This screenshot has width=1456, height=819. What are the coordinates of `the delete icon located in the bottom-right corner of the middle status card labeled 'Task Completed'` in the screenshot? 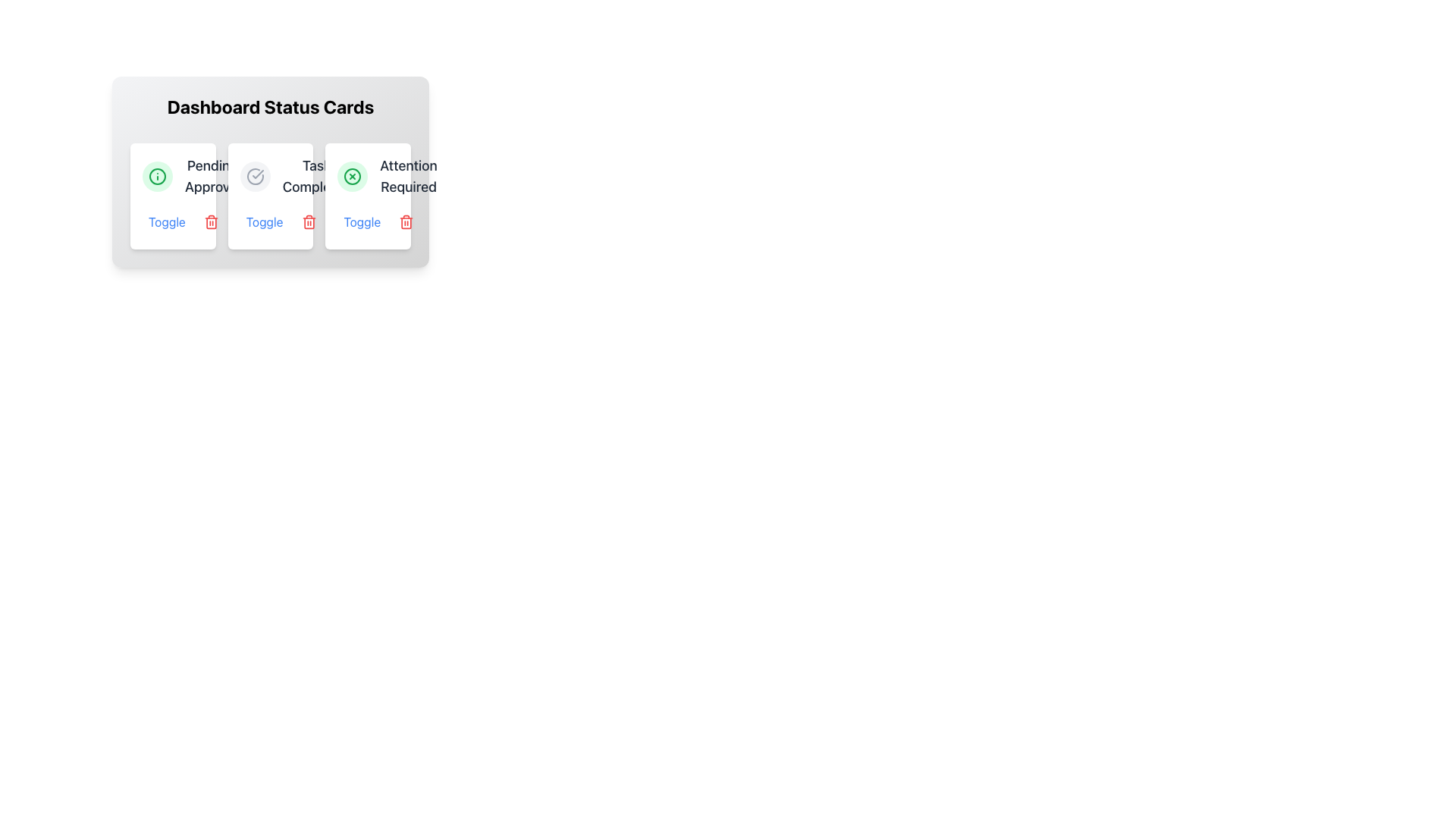 It's located at (210, 222).